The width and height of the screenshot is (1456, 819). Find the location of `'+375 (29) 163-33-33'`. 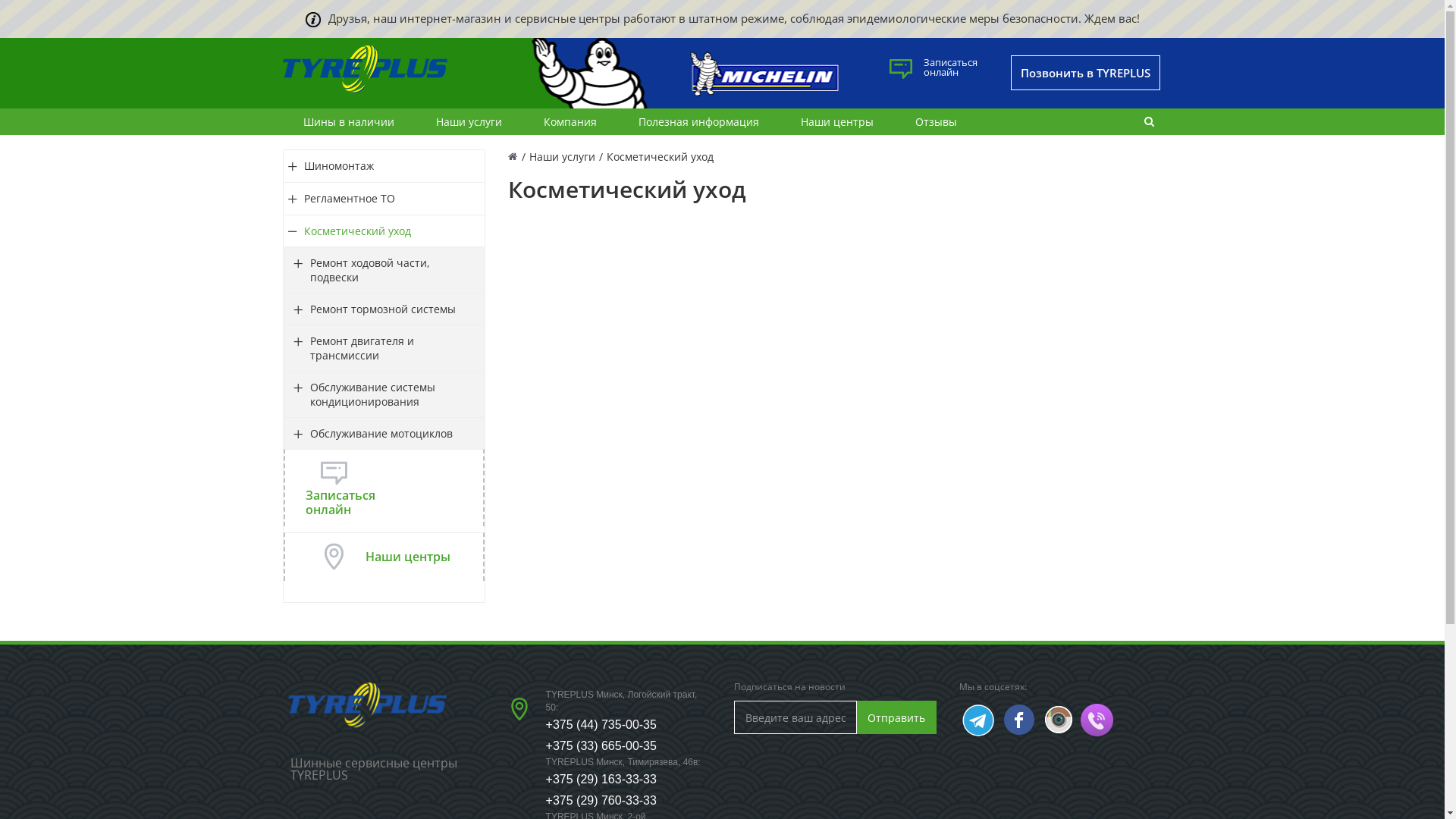

'+375 (29) 163-33-33' is located at coordinates (600, 779).